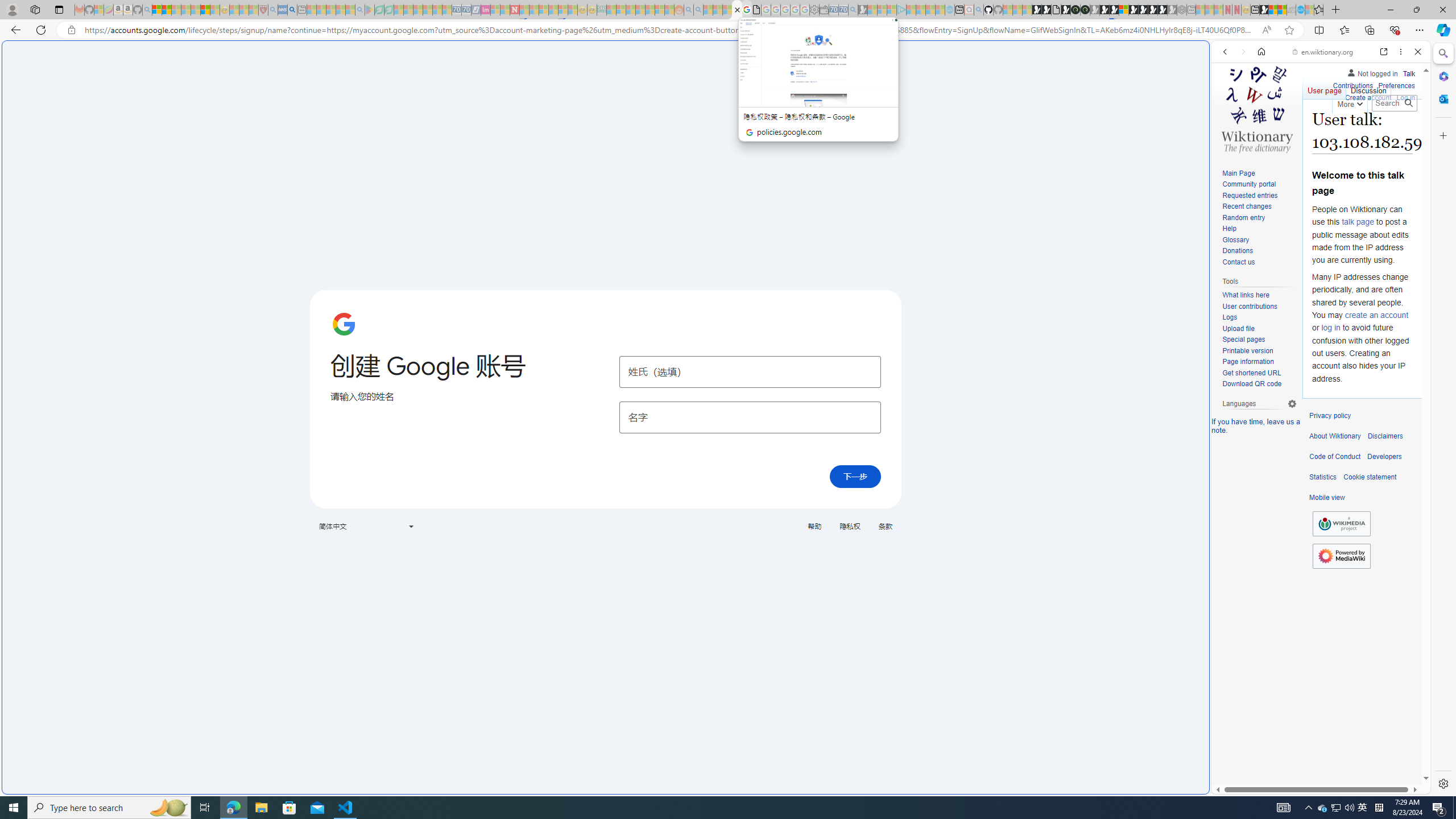 This screenshot has height=819, width=1456. Describe the element at coordinates (1085, 9) in the screenshot. I see `'Future Focus Report 2024'` at that location.